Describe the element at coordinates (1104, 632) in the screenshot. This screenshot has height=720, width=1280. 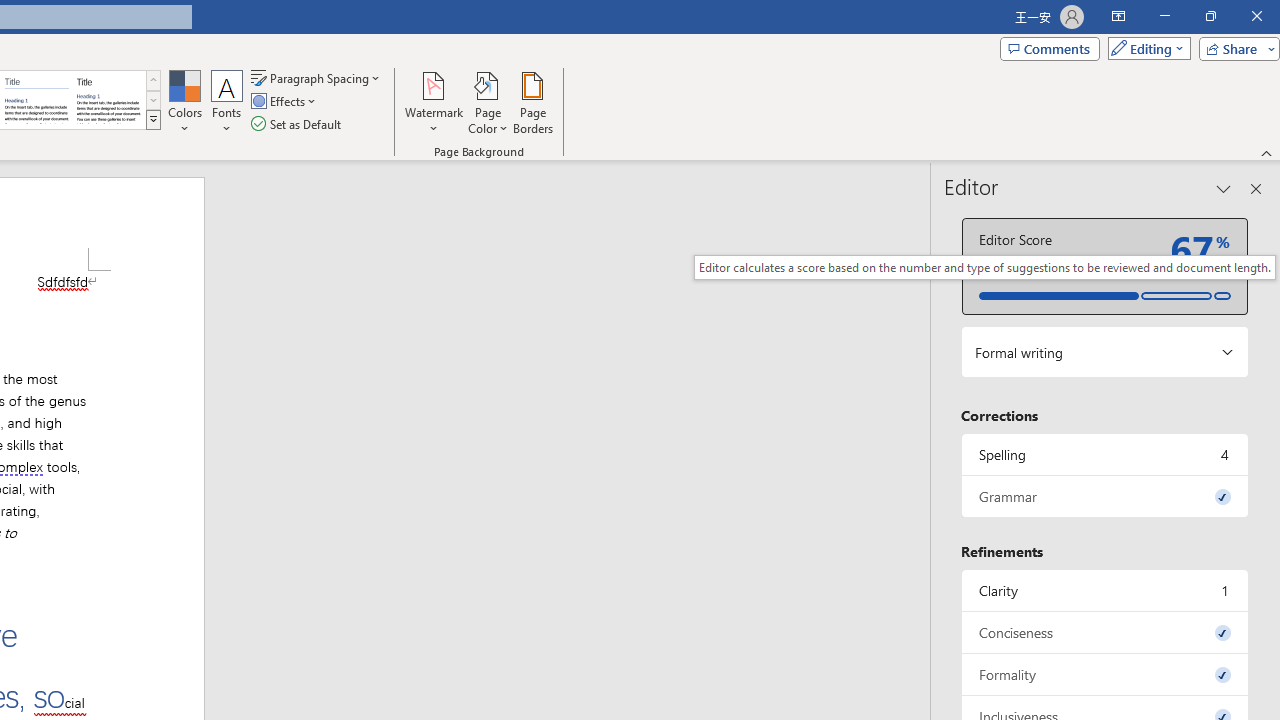
I see `'Conciseness, 0 issues. Press space or enter to review items.'` at that location.